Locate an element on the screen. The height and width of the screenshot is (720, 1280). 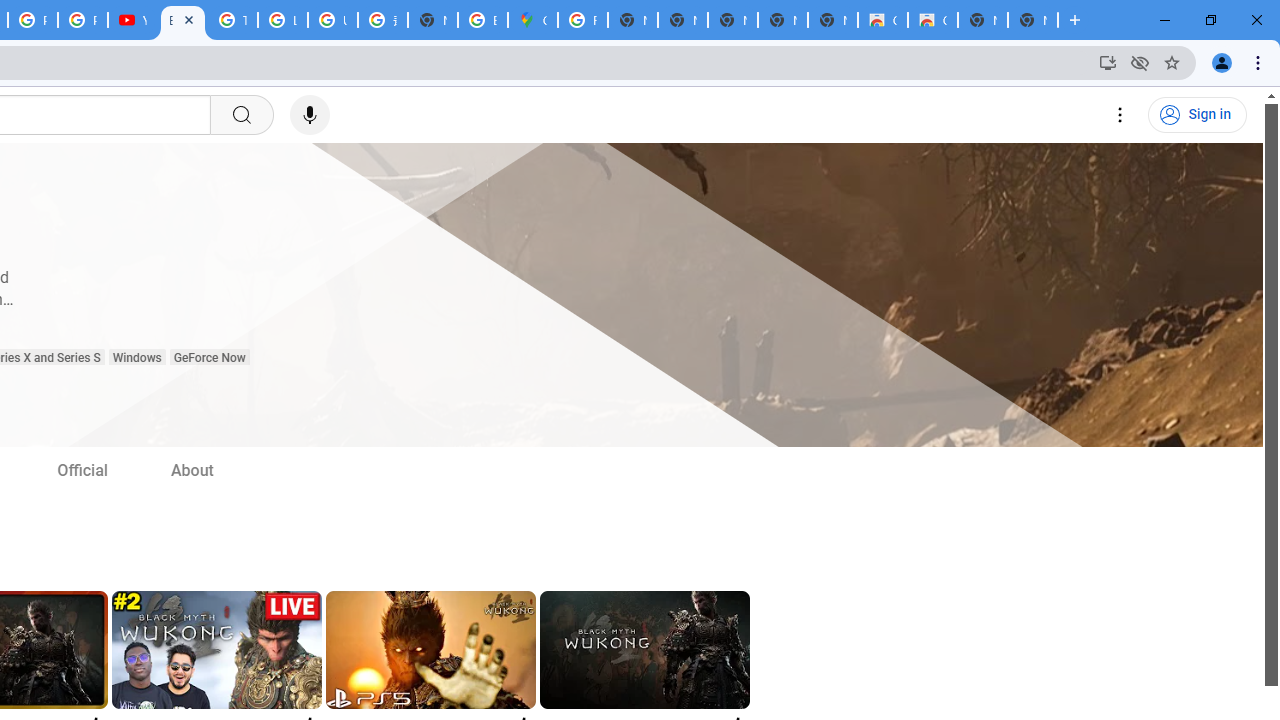
'Google Maps' is located at coordinates (533, 20).